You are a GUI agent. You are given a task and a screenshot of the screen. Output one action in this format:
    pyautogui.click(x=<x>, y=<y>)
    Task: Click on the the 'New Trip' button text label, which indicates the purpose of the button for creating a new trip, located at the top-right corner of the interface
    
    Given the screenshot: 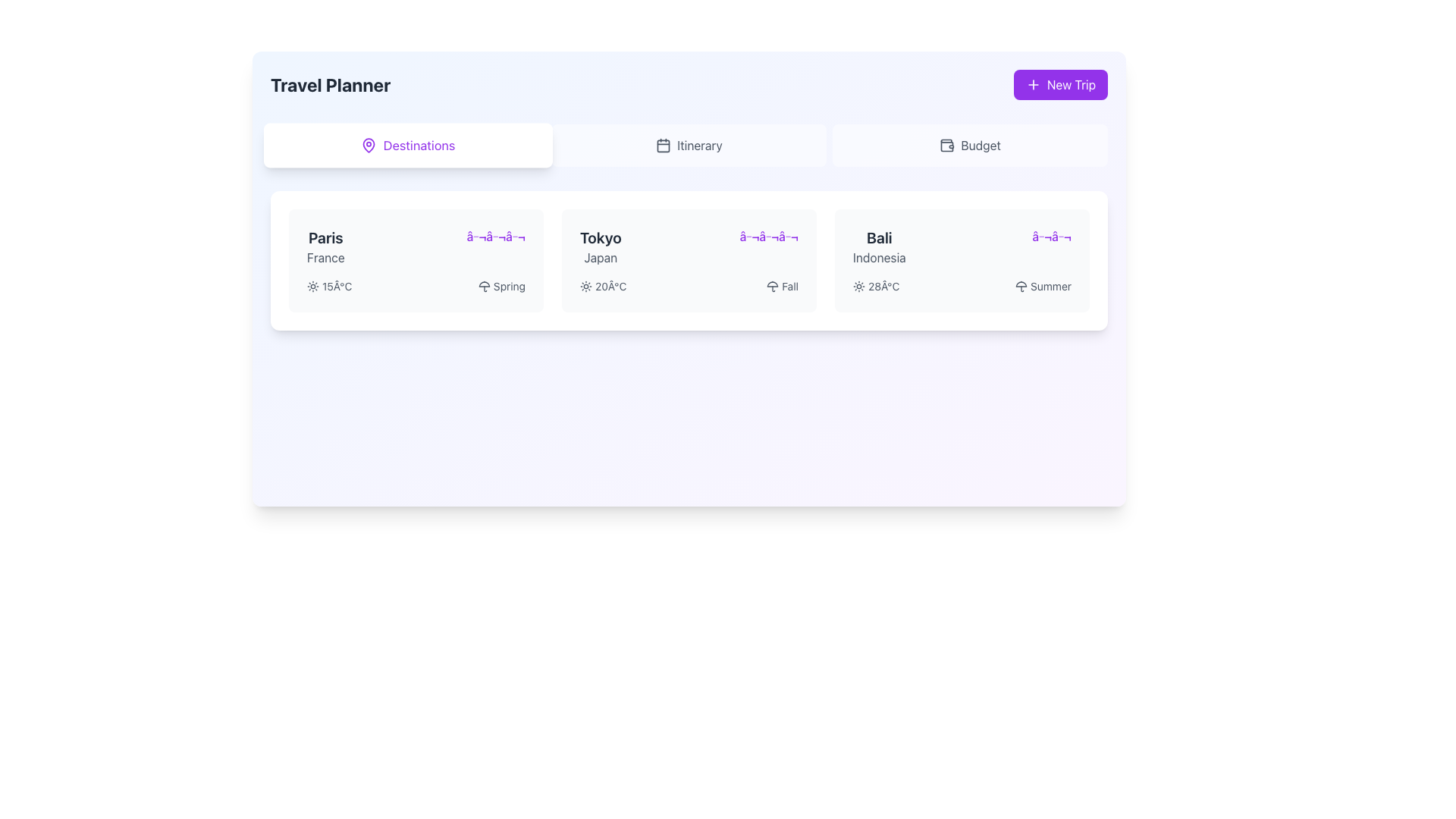 What is the action you would take?
    pyautogui.click(x=1070, y=84)
    